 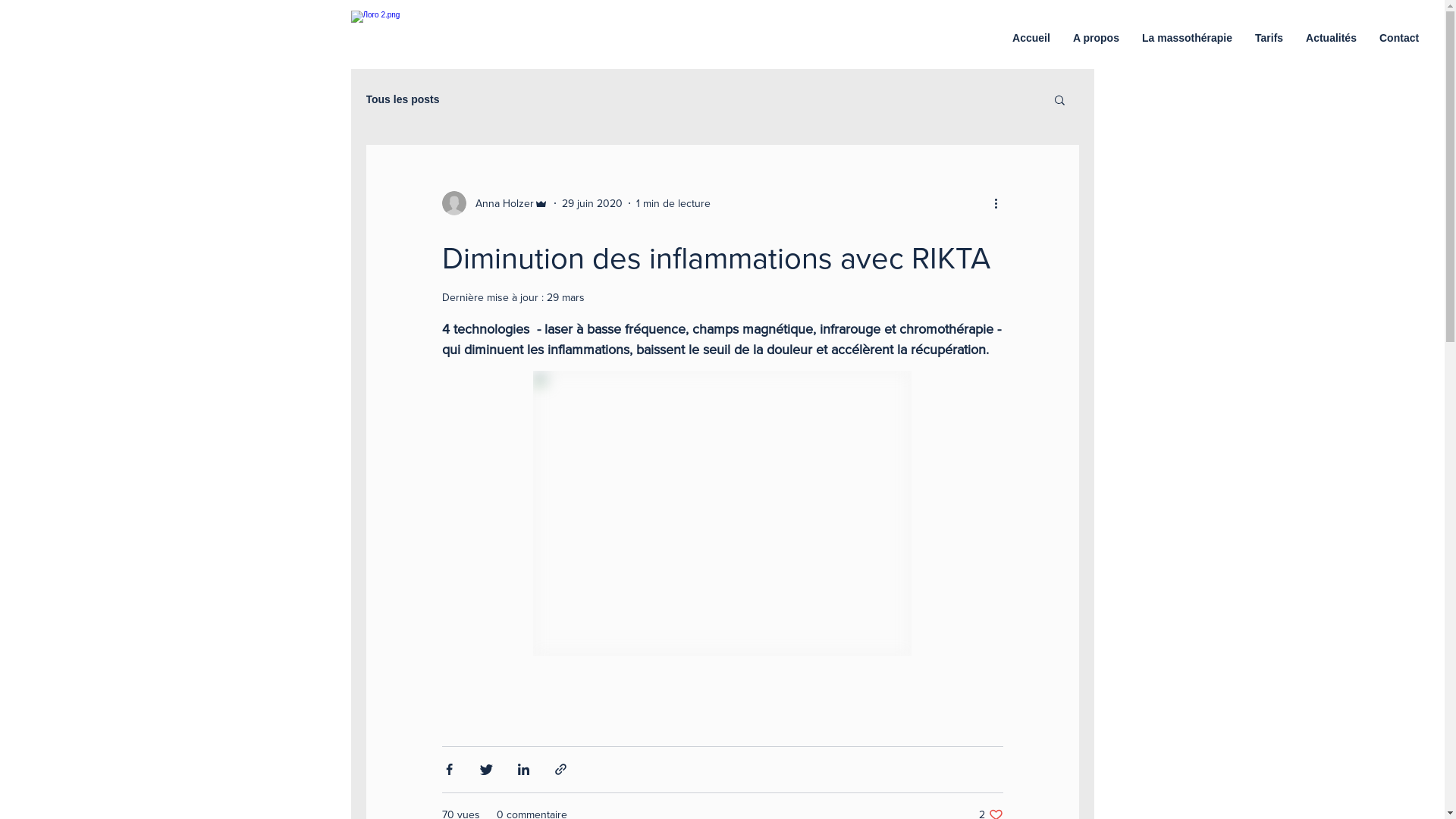 I want to click on 'Tarifs', so click(x=1269, y=37).